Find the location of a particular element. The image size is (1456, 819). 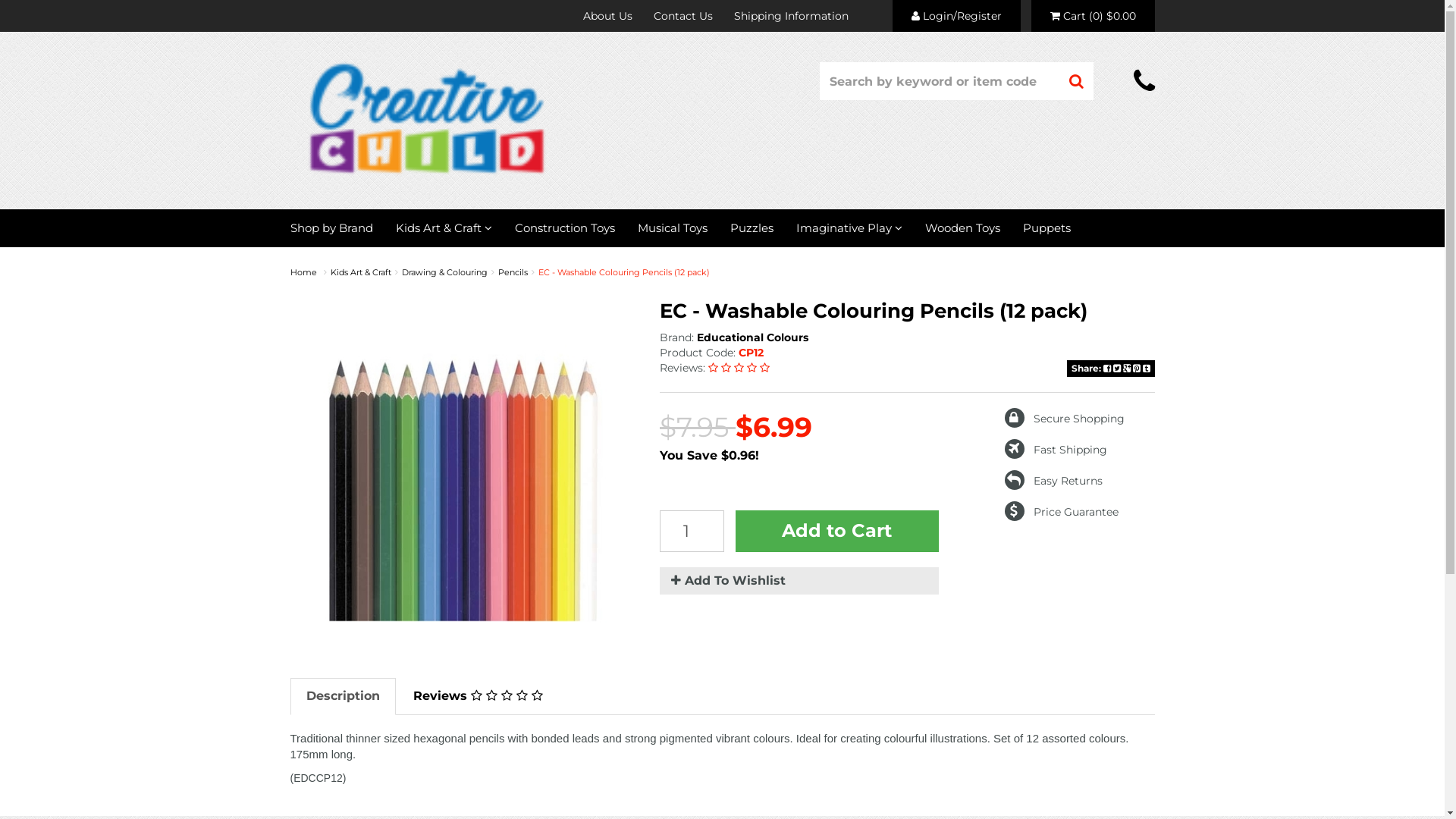

'Creative Child' is located at coordinates (425, 116).